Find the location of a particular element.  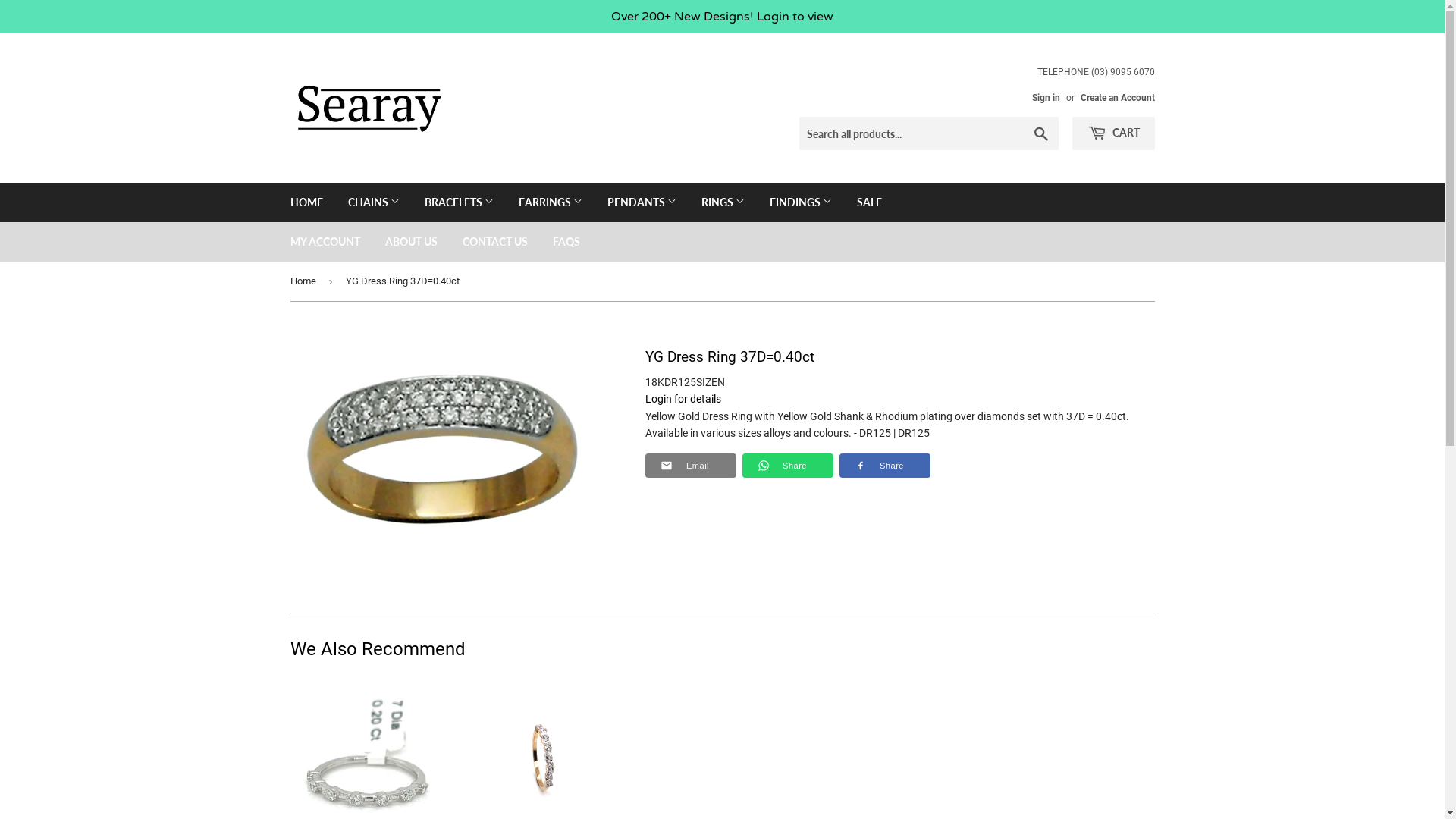

'Search' is located at coordinates (1040, 133).